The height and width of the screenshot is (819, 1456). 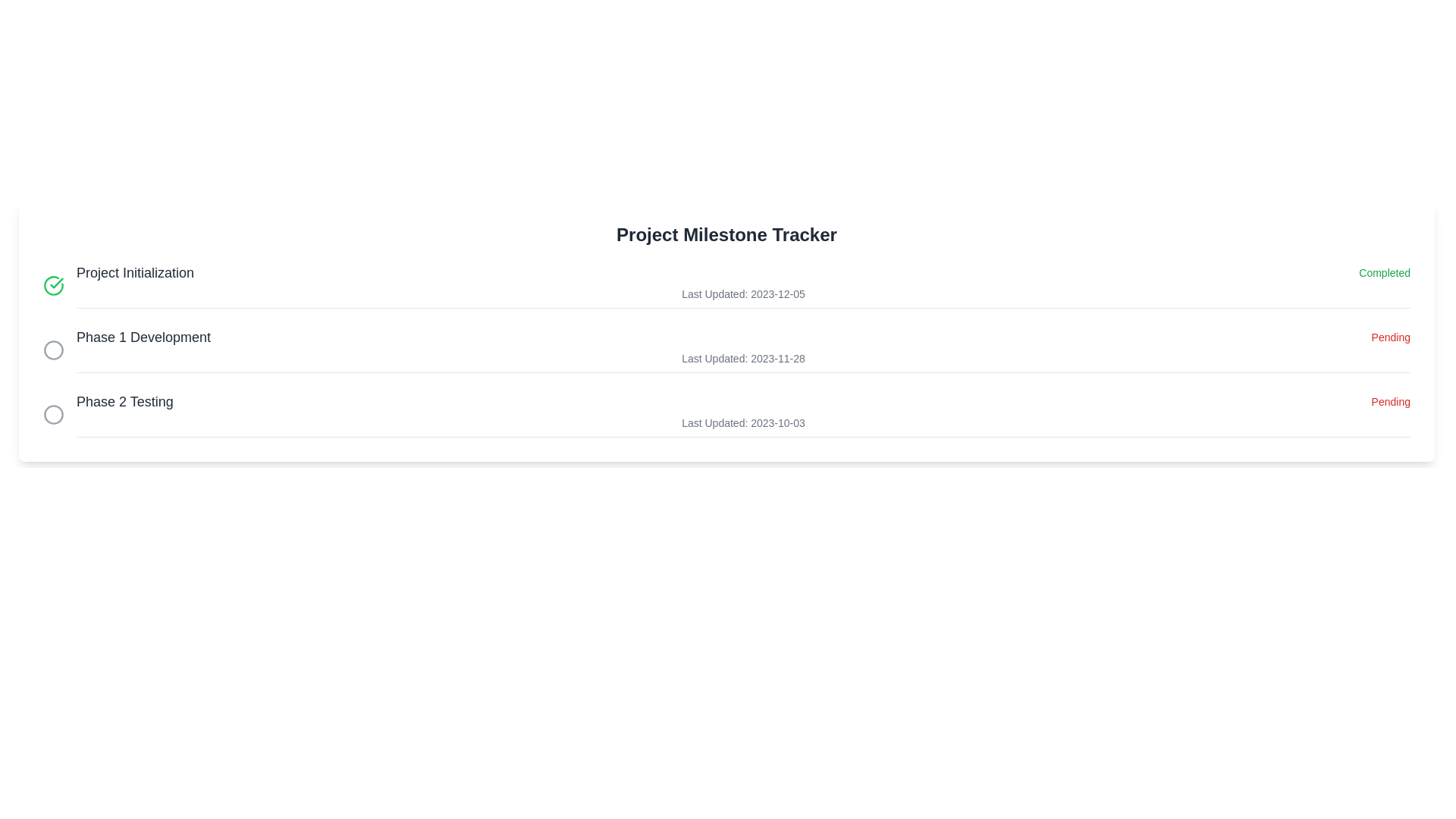 What do you see at coordinates (743, 423) in the screenshot?
I see `the informational text label that communicates the last update date, located below the 'Phase 2 Testing' title and beneath the 'Pending' item` at bounding box center [743, 423].